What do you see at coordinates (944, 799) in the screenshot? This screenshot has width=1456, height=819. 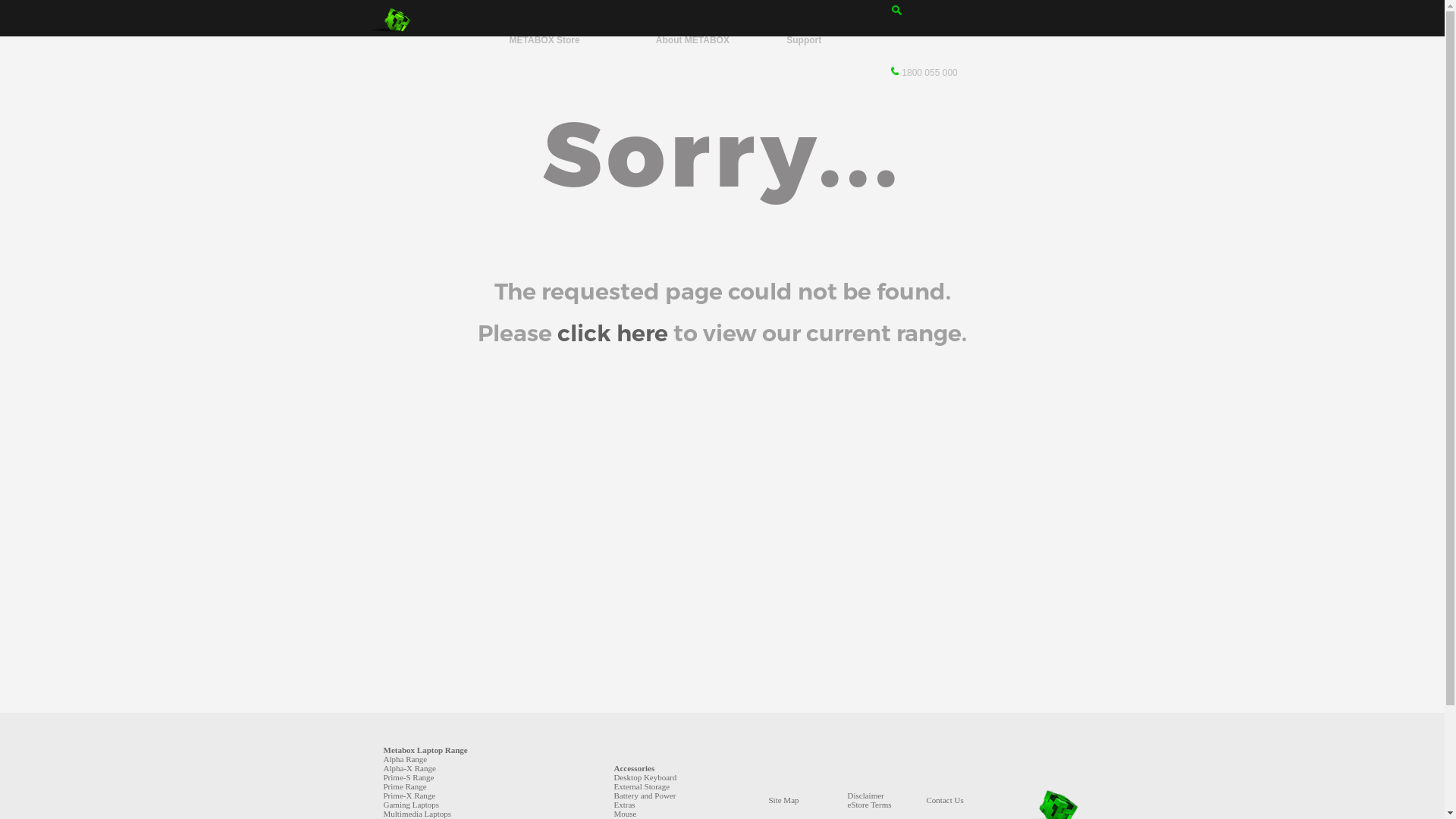 I see `'Contact Us'` at bounding box center [944, 799].